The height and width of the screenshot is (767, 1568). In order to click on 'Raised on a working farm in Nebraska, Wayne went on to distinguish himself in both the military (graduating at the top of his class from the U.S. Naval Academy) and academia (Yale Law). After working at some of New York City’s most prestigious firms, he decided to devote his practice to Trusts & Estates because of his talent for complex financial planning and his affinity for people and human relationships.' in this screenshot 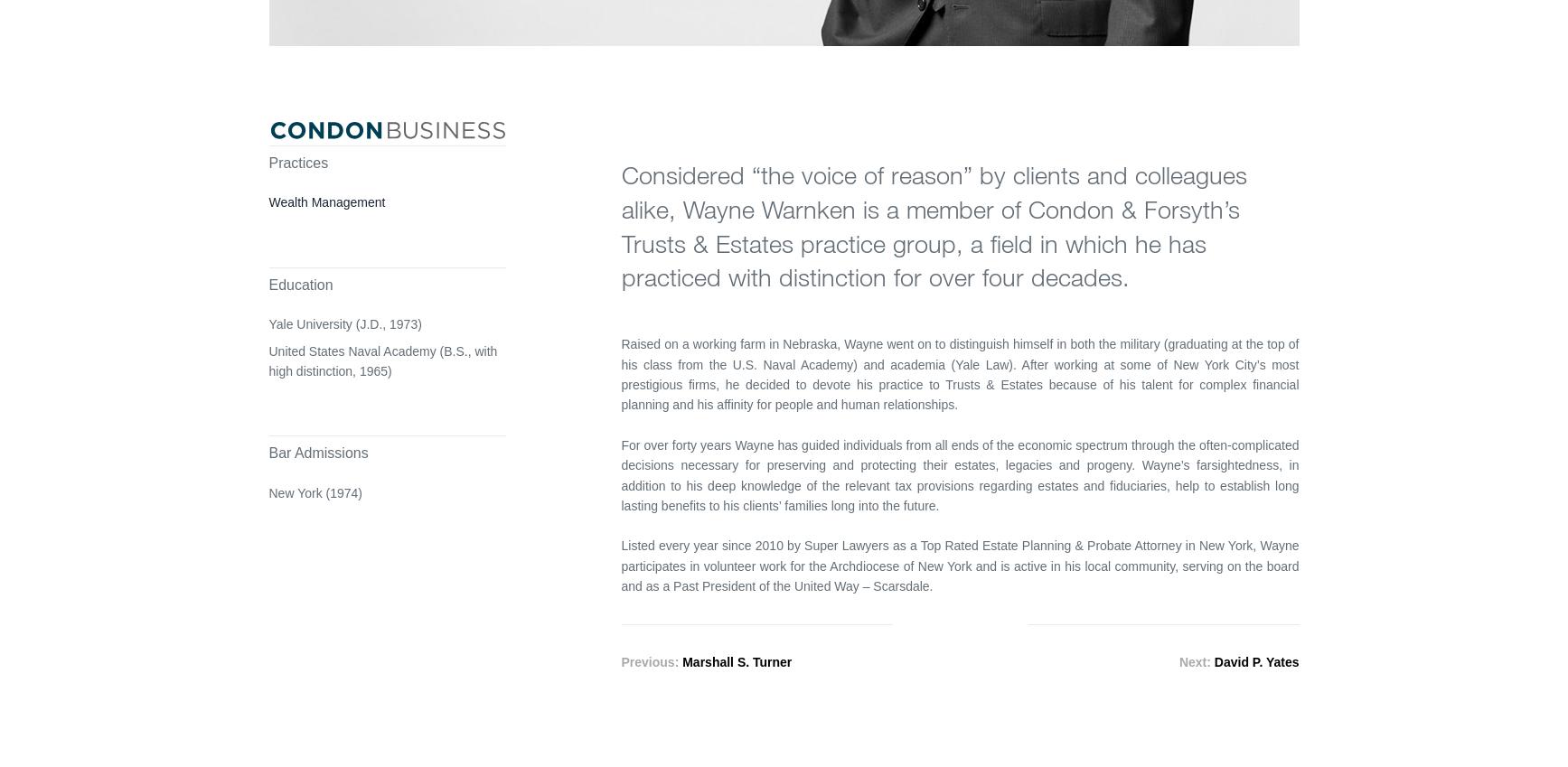, I will do `click(958, 373)`.